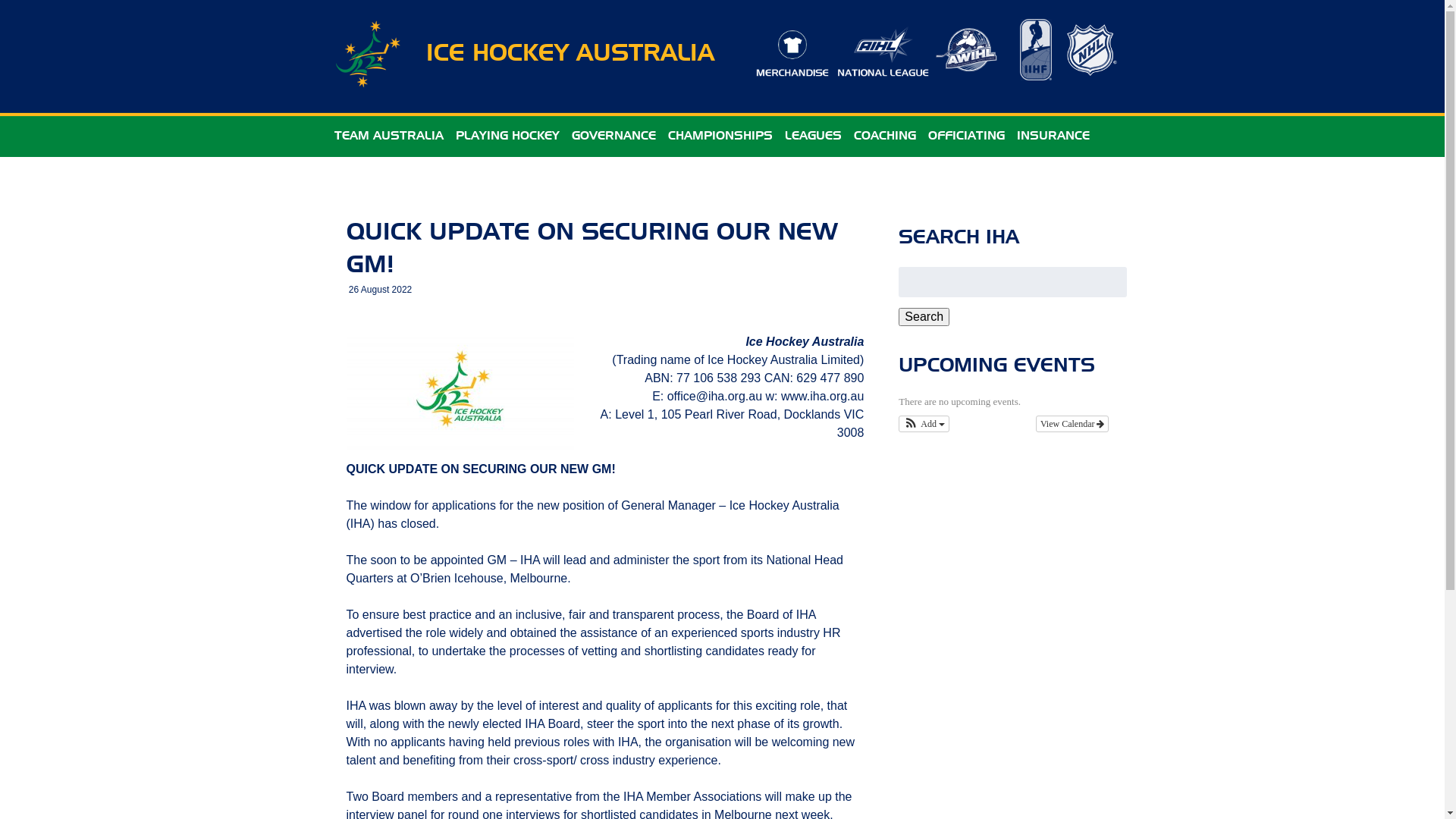 This screenshot has width=1456, height=819. Describe the element at coordinates (1072, 424) in the screenshot. I see `'View Calendar'` at that location.